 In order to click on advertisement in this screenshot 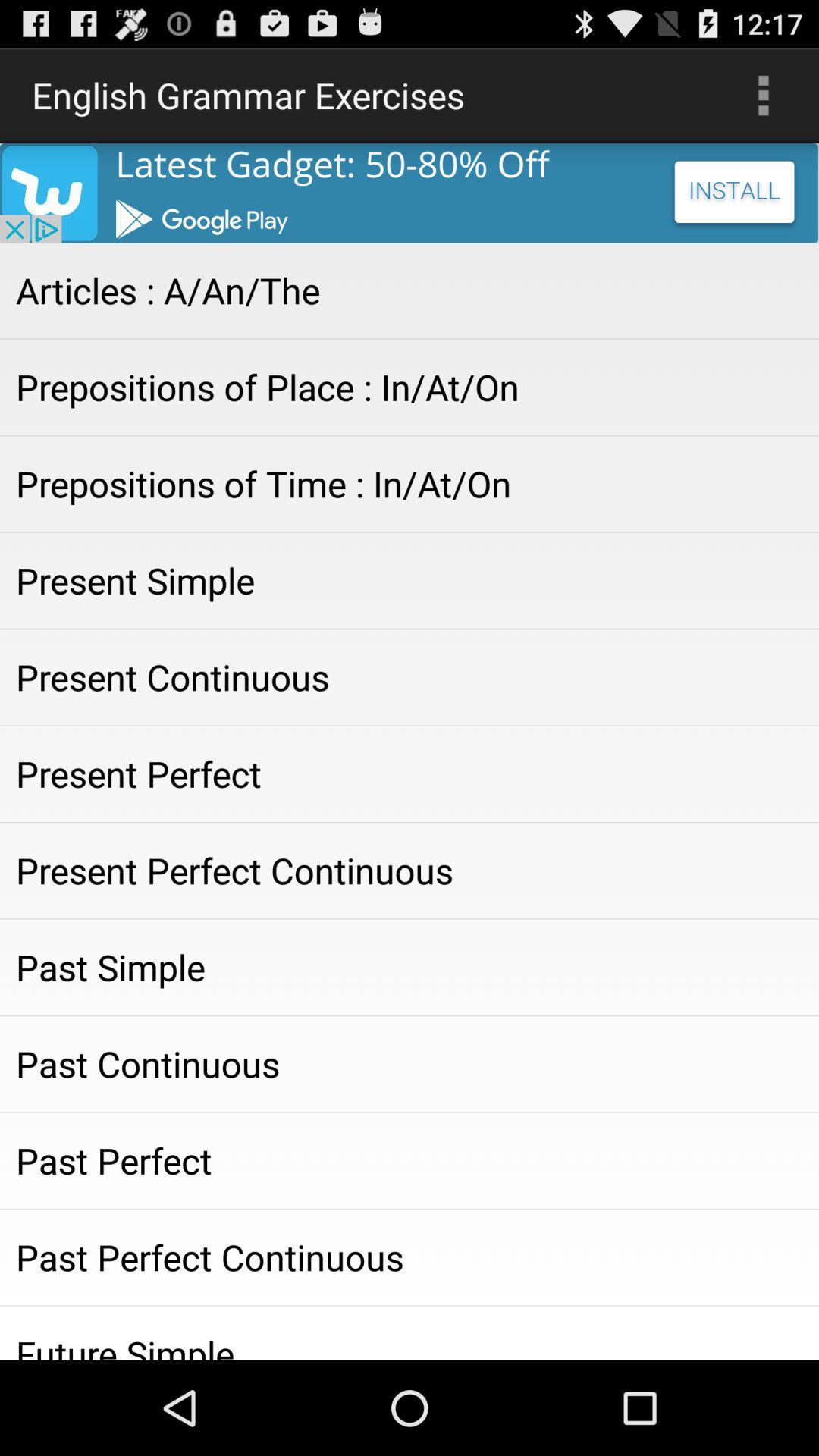, I will do `click(409, 192)`.